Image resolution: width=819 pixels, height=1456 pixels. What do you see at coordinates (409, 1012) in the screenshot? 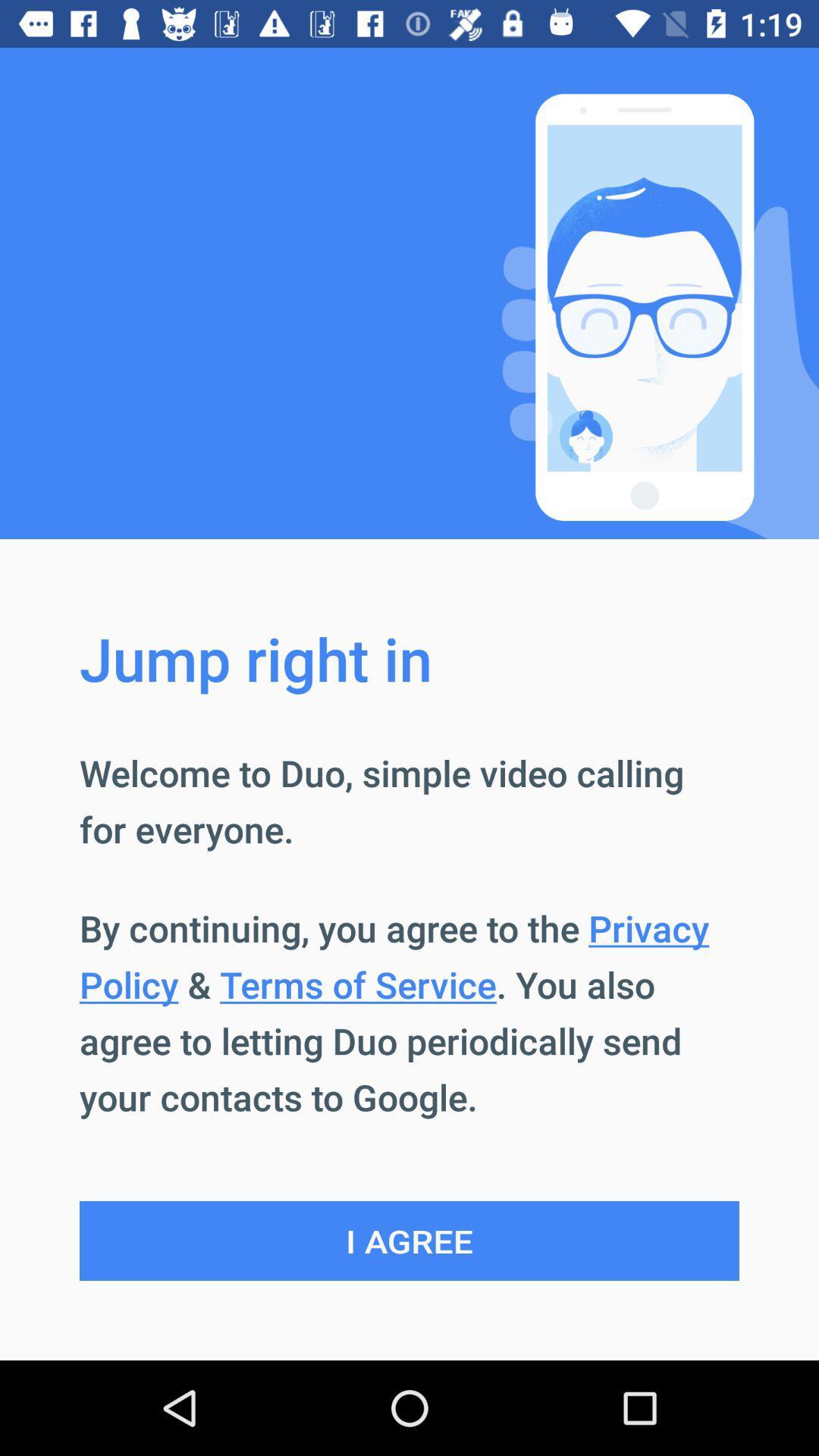
I see `the button above i agree item` at bounding box center [409, 1012].